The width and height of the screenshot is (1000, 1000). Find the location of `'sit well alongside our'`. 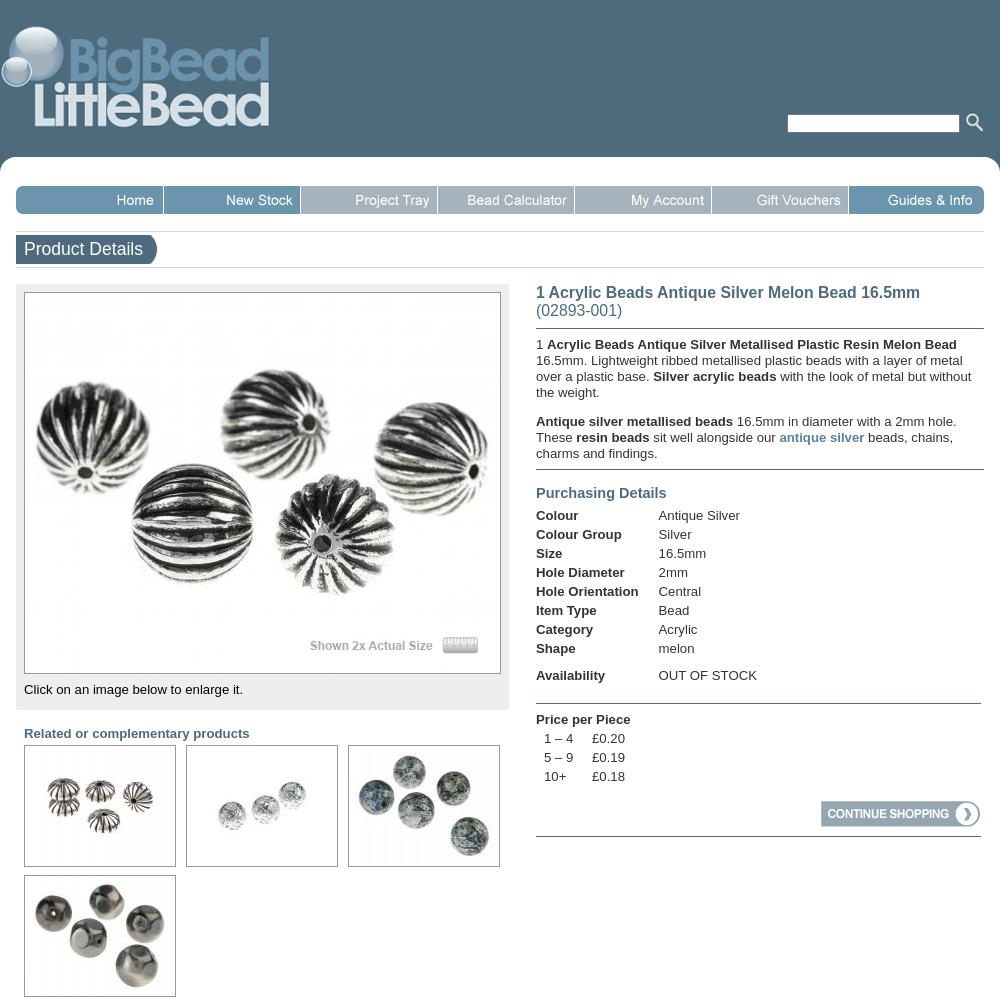

'sit well alongside our' is located at coordinates (713, 436).